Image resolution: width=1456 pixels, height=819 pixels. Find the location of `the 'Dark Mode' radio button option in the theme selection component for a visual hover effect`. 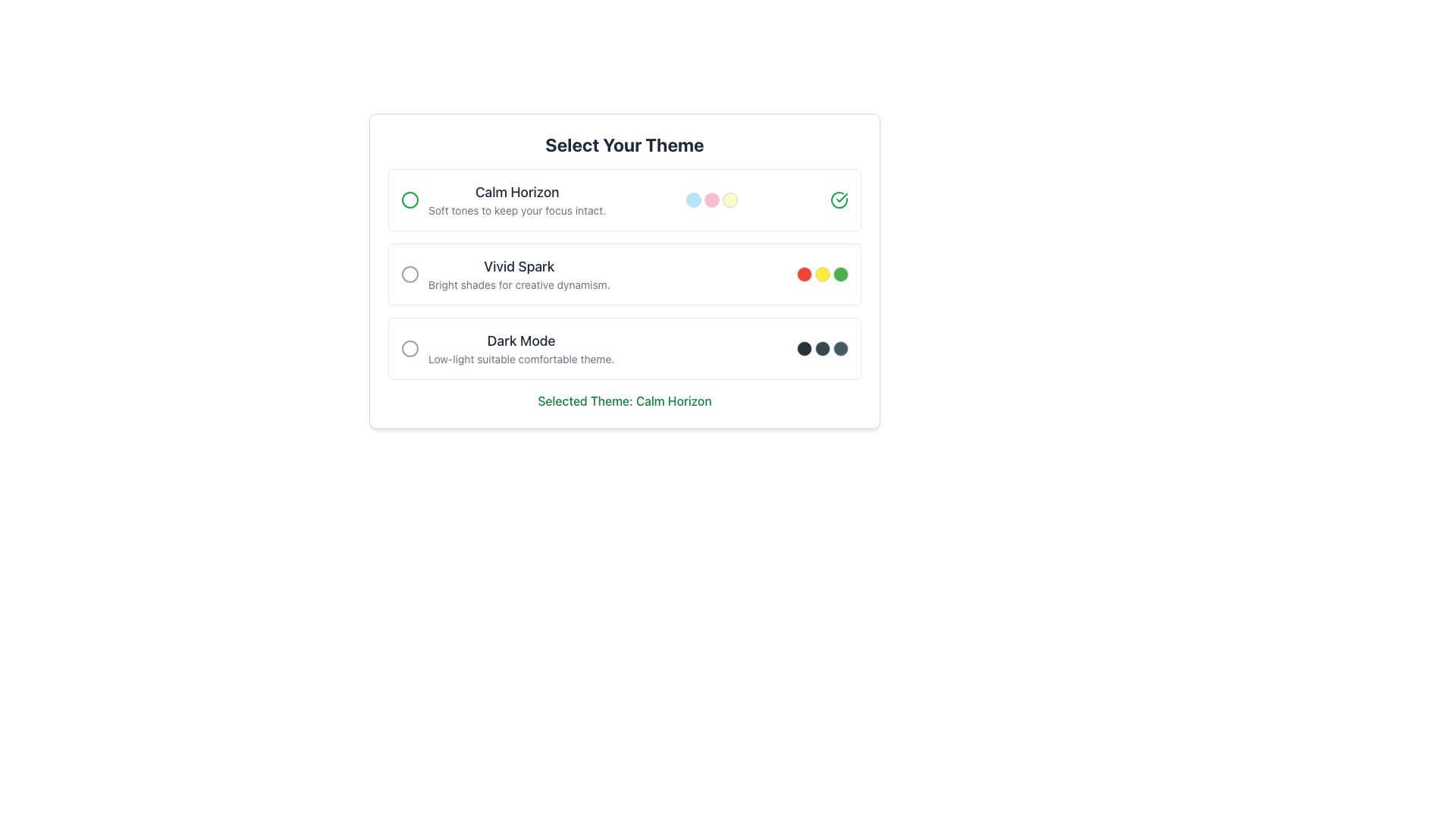

the 'Dark Mode' radio button option in the theme selection component for a visual hover effect is located at coordinates (625, 348).